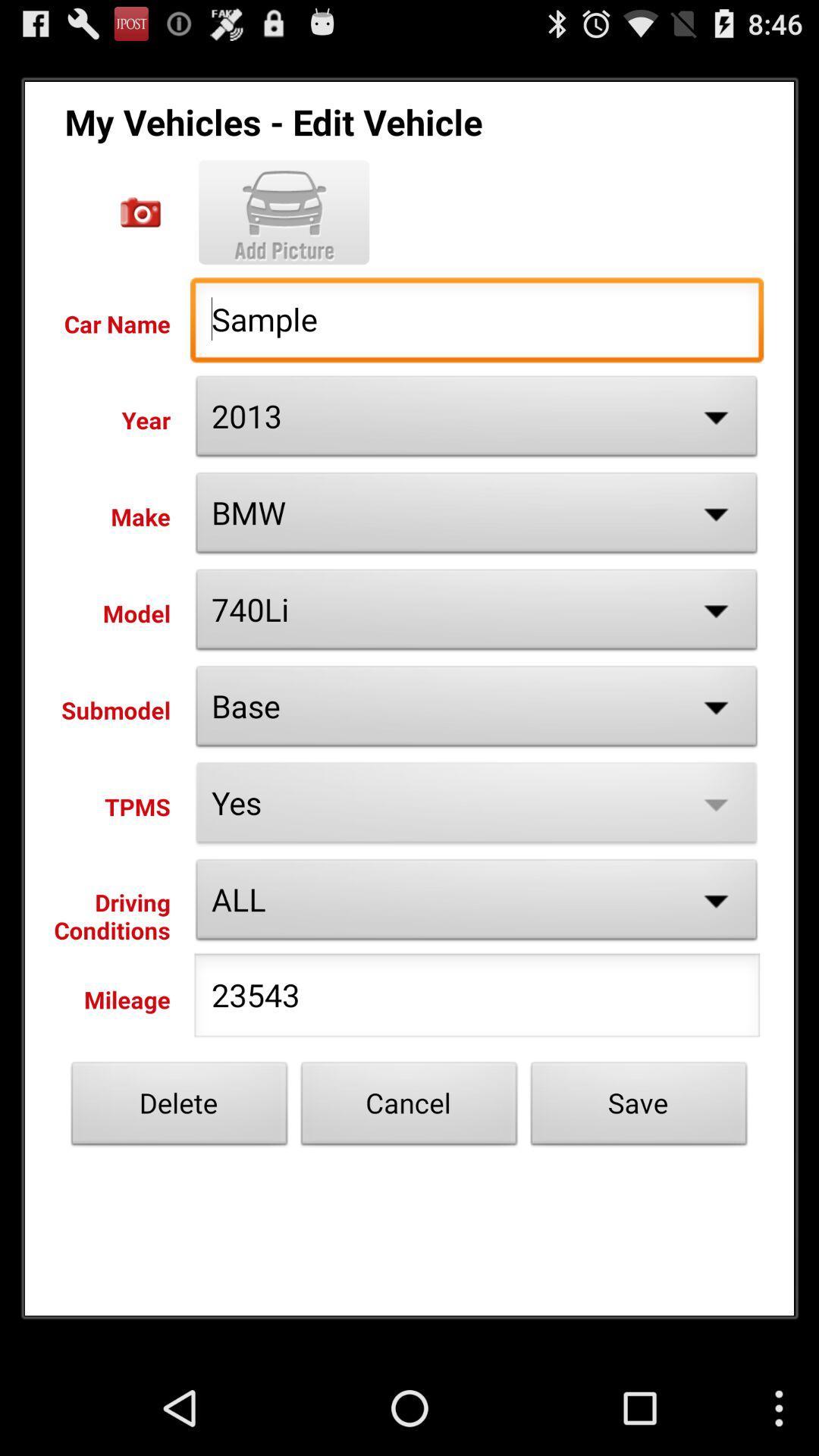 The height and width of the screenshot is (1456, 819). I want to click on open camera to take photo of vehicle, so click(140, 212).